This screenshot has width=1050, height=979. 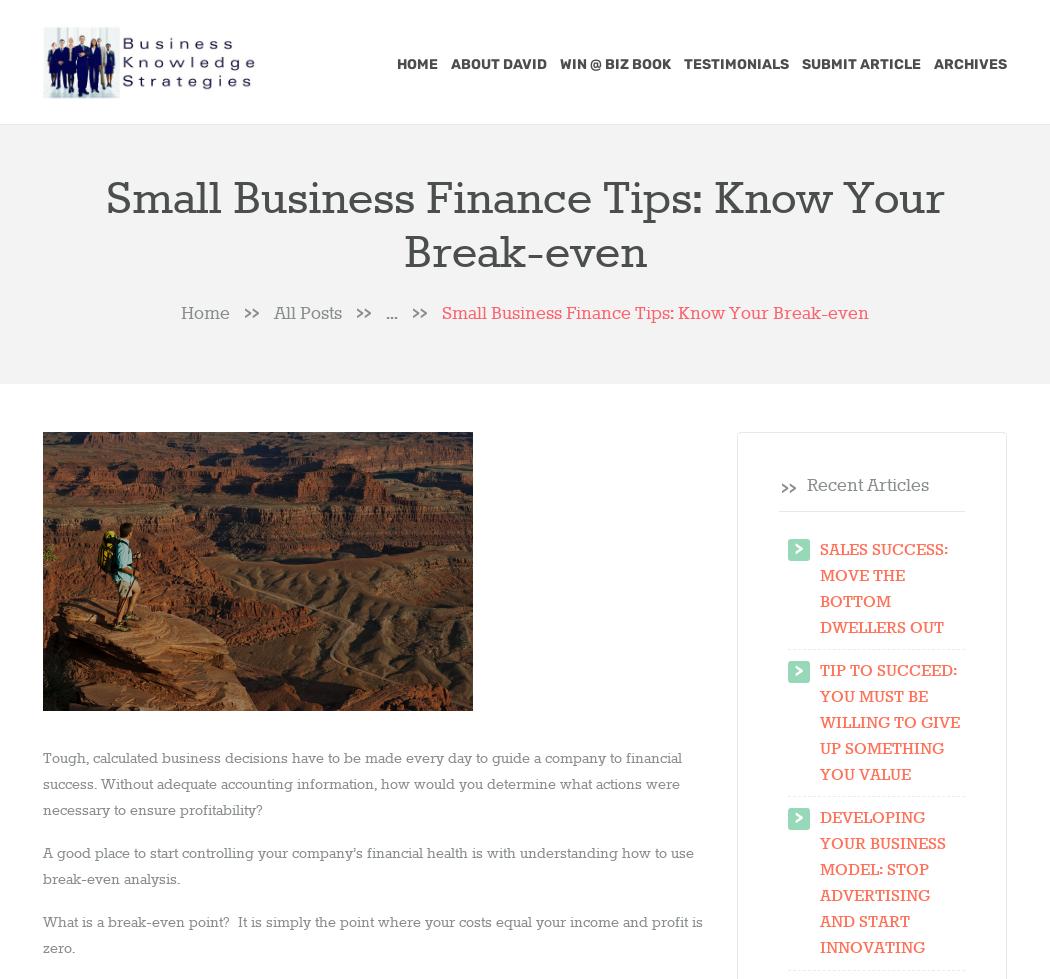 I want to click on '...', so click(x=391, y=314).